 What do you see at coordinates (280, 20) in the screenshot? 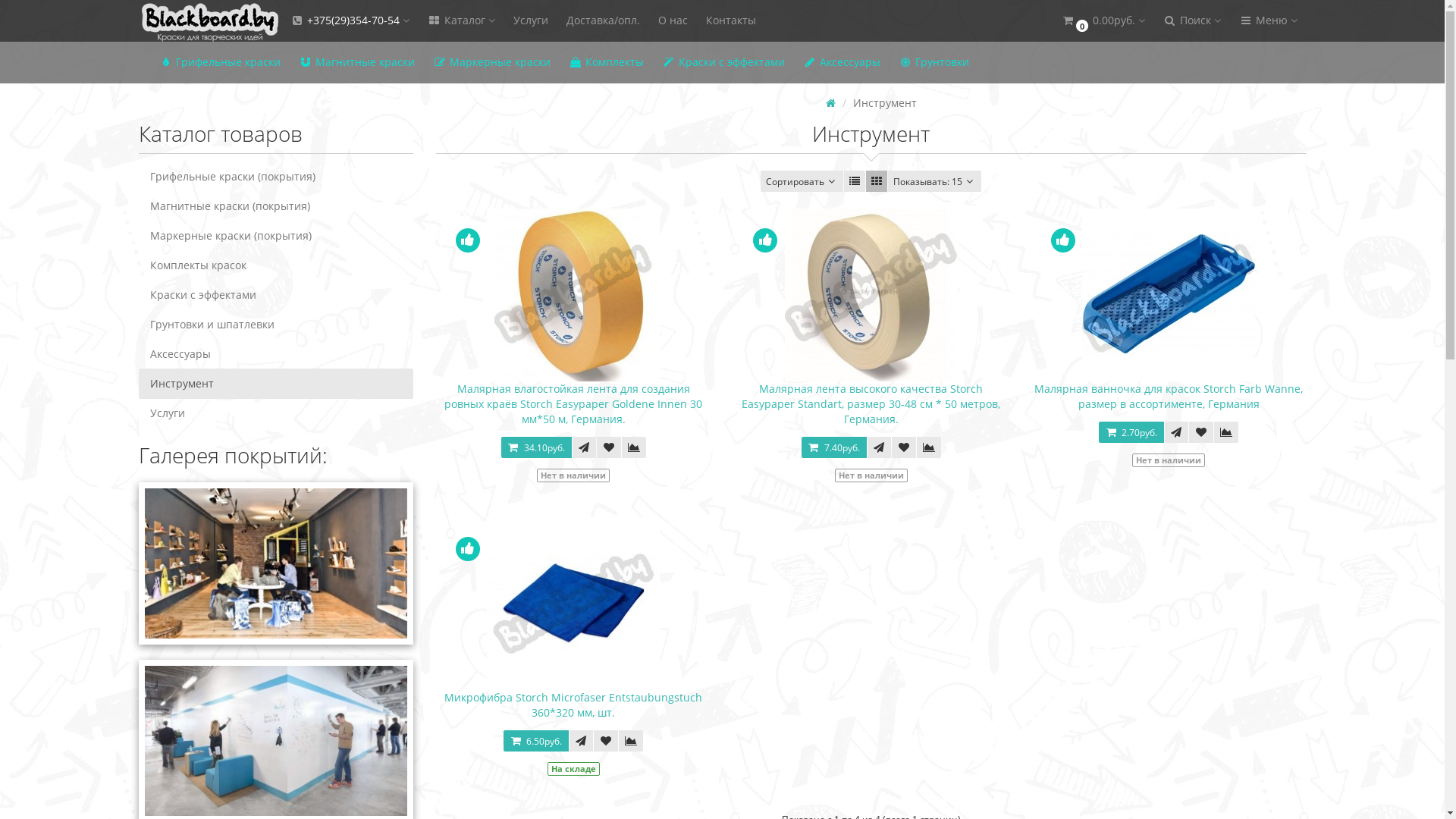
I see `'+375(29)354-70-54'` at bounding box center [280, 20].